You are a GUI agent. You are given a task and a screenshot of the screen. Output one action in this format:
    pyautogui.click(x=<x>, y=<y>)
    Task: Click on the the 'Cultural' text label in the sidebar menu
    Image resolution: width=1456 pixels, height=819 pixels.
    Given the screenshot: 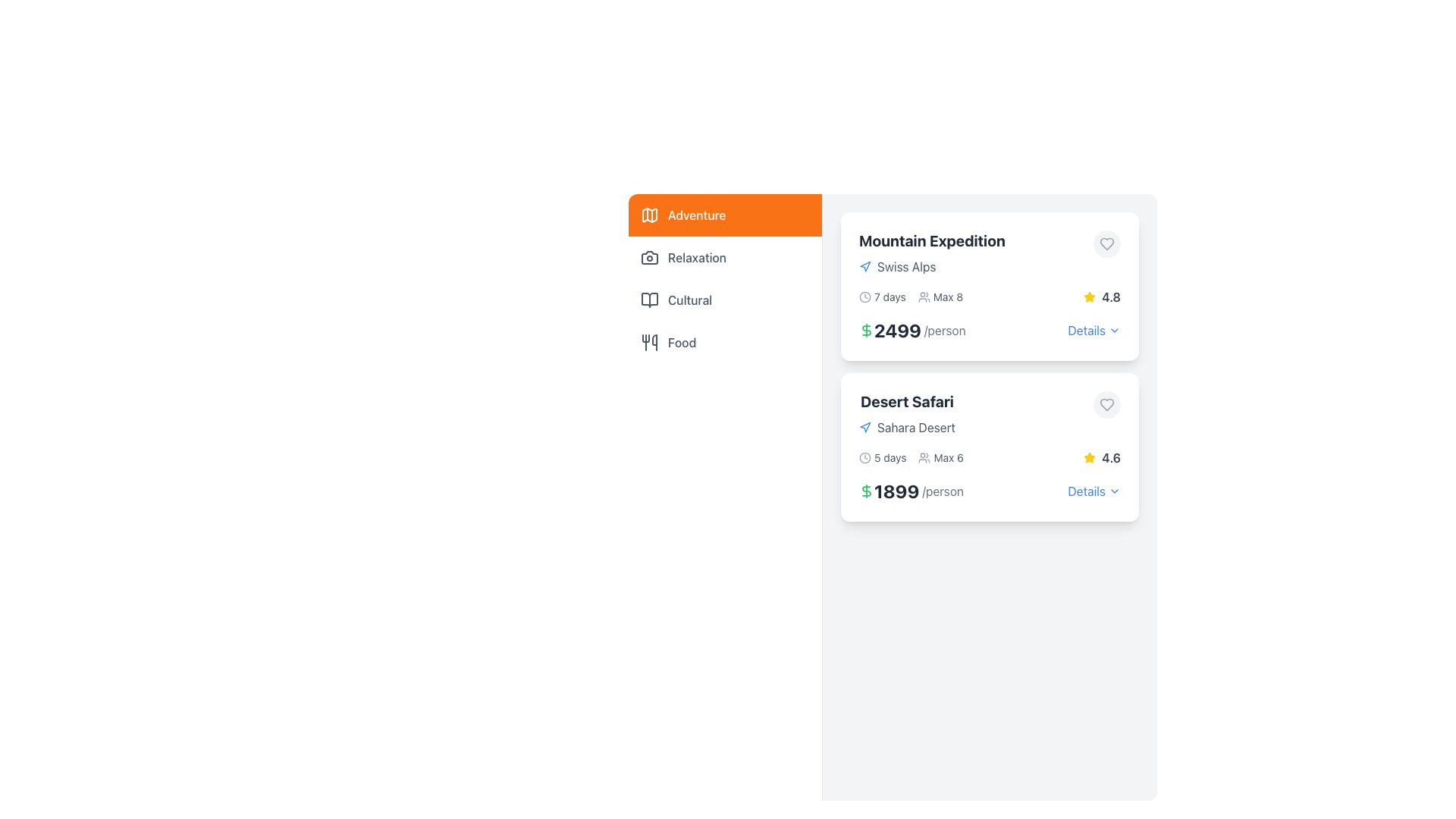 What is the action you would take?
    pyautogui.click(x=689, y=300)
    